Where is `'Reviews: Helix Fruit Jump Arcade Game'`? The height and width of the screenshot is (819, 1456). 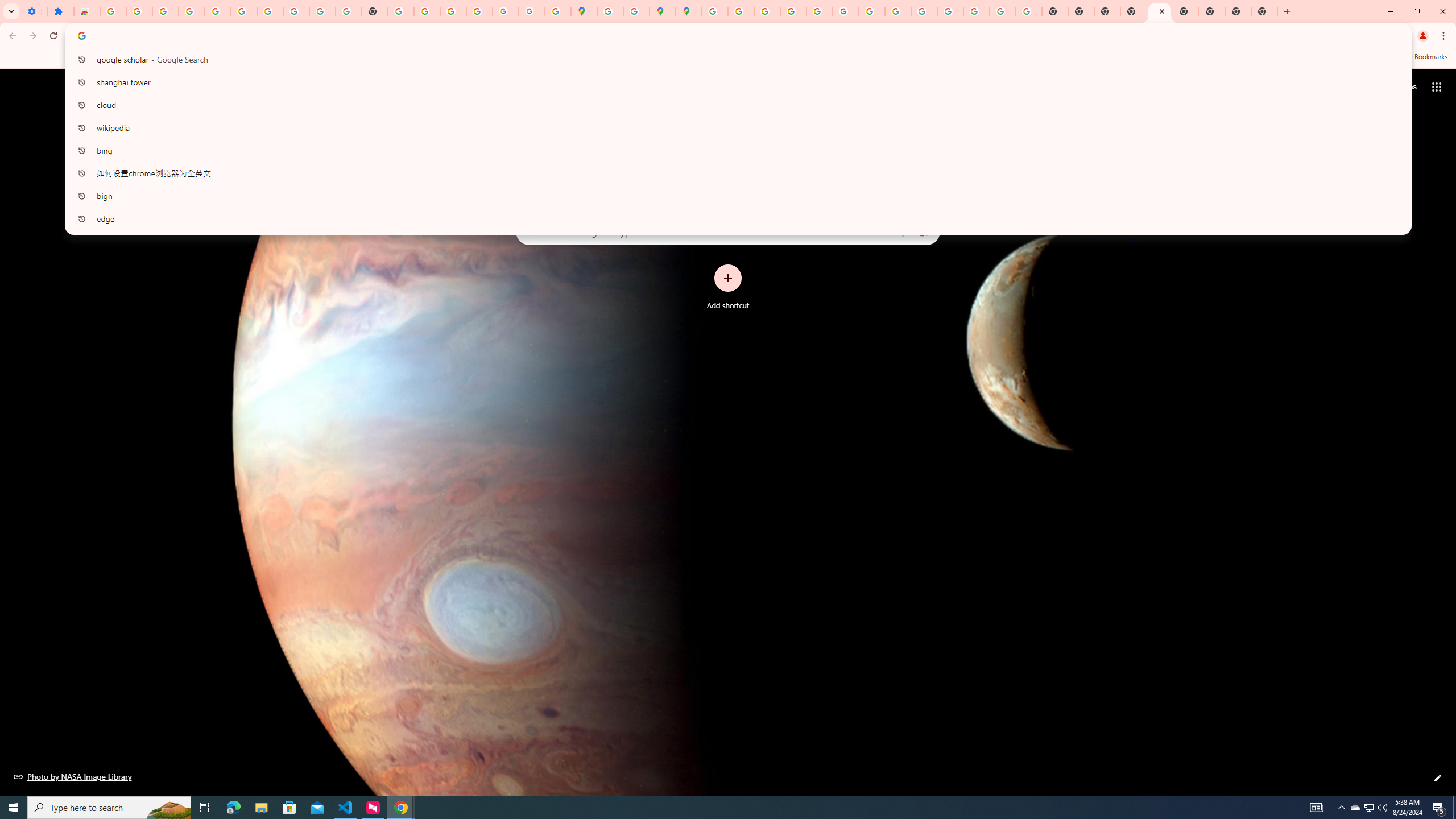 'Reviews: Helix Fruit Jump Arcade Game' is located at coordinates (86, 11).